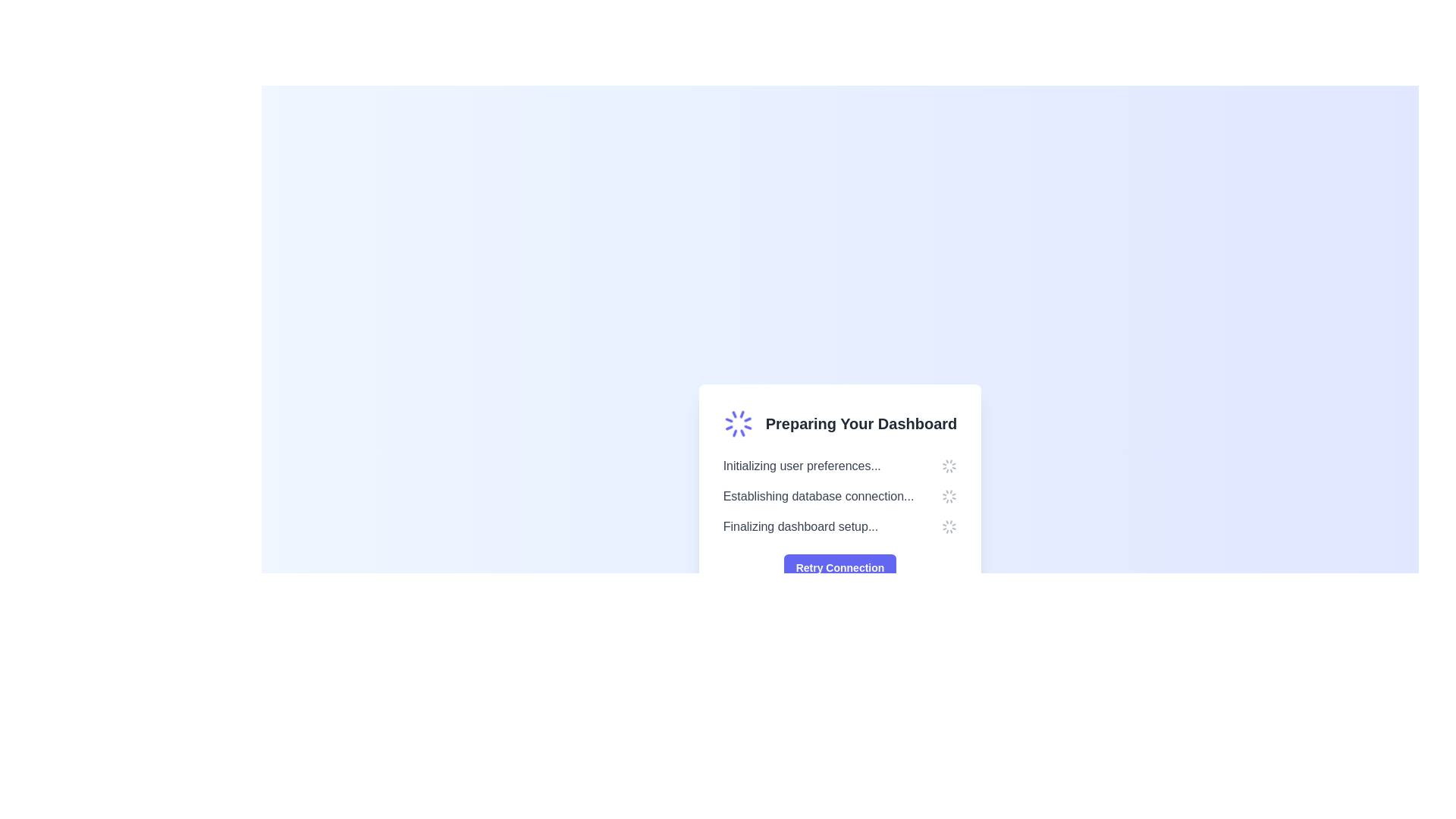  I want to click on the loading status of the Status Indicator with Text and Spinner displaying 'Establishing database connection...' located in the center of the card, positioned as the second item in a vertically stacked list, so click(839, 497).